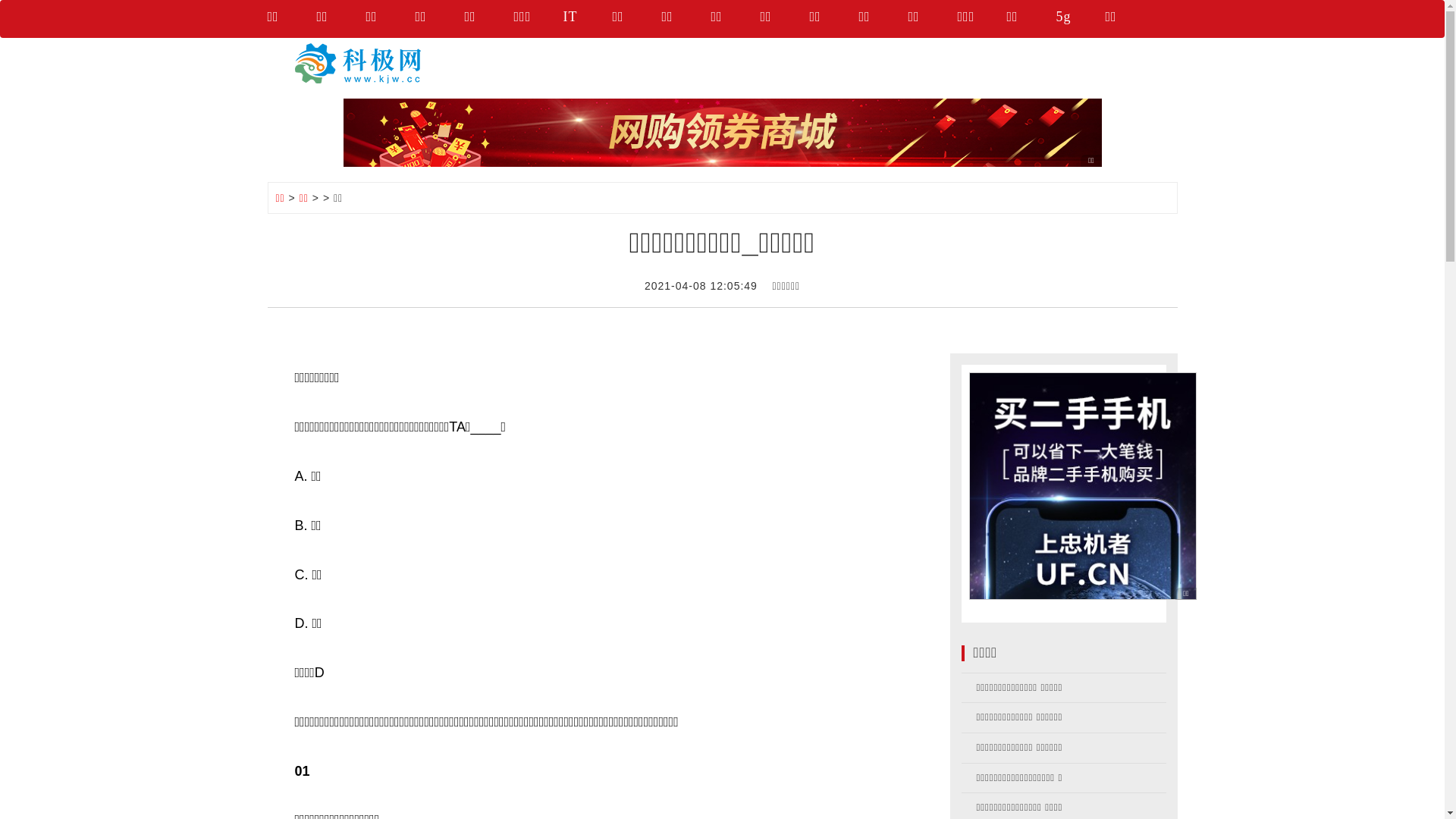  Describe the element at coordinates (586, 18) in the screenshot. I see `'IT'` at that location.